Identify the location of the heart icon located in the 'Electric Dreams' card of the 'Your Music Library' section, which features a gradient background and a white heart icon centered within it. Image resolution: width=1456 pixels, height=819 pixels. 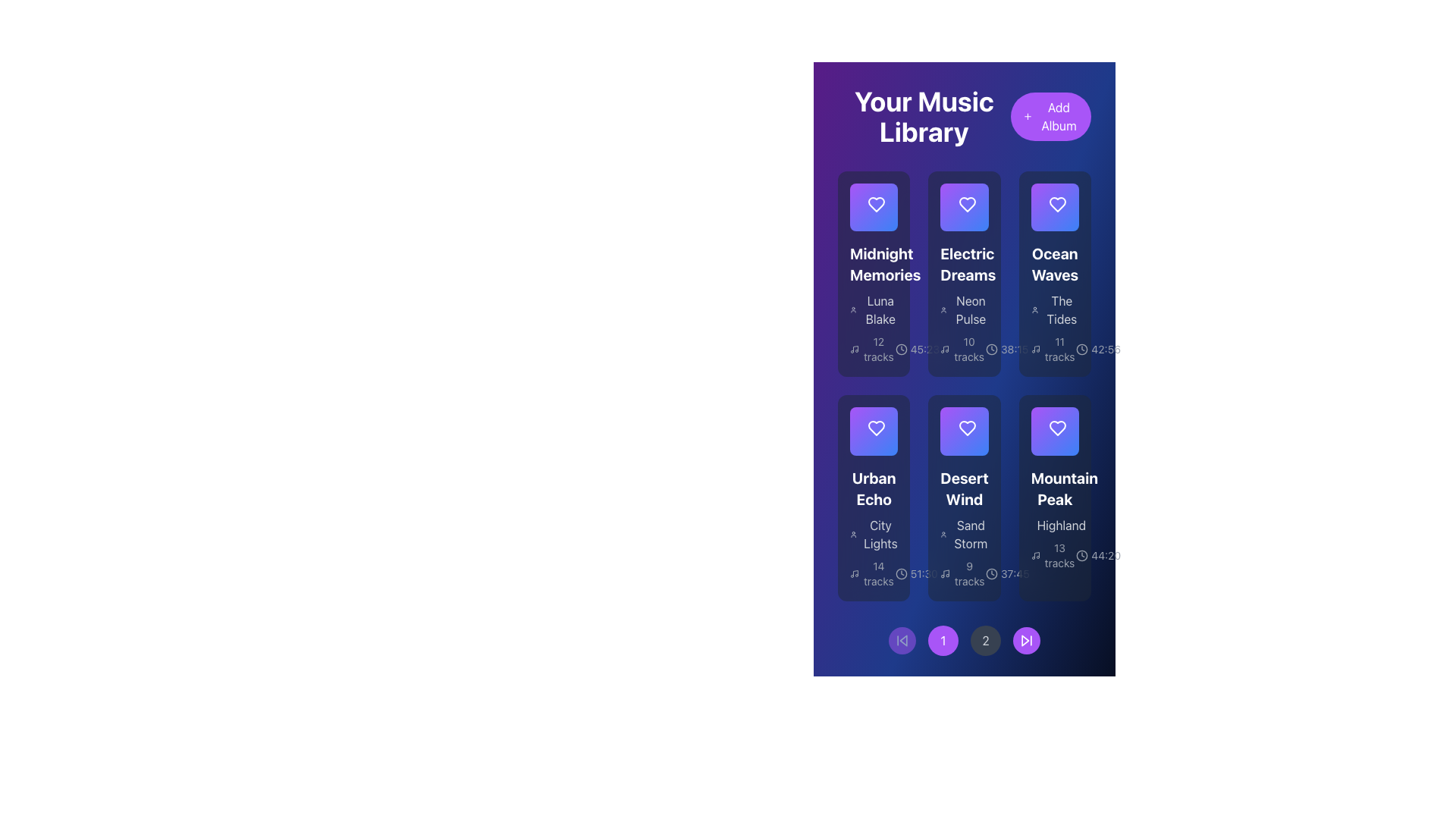
(964, 207).